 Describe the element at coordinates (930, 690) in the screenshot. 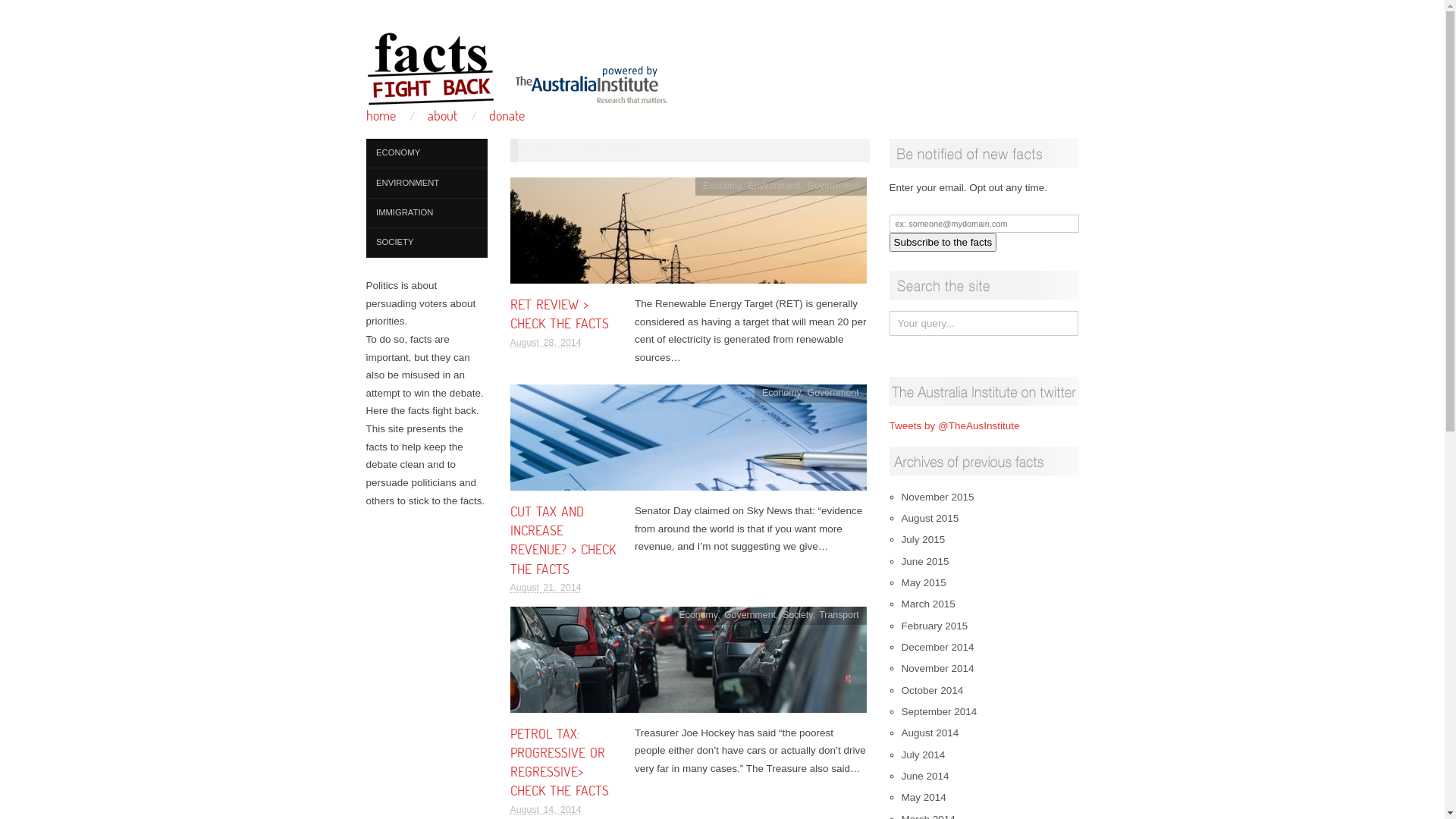

I see `'October 2014'` at that location.